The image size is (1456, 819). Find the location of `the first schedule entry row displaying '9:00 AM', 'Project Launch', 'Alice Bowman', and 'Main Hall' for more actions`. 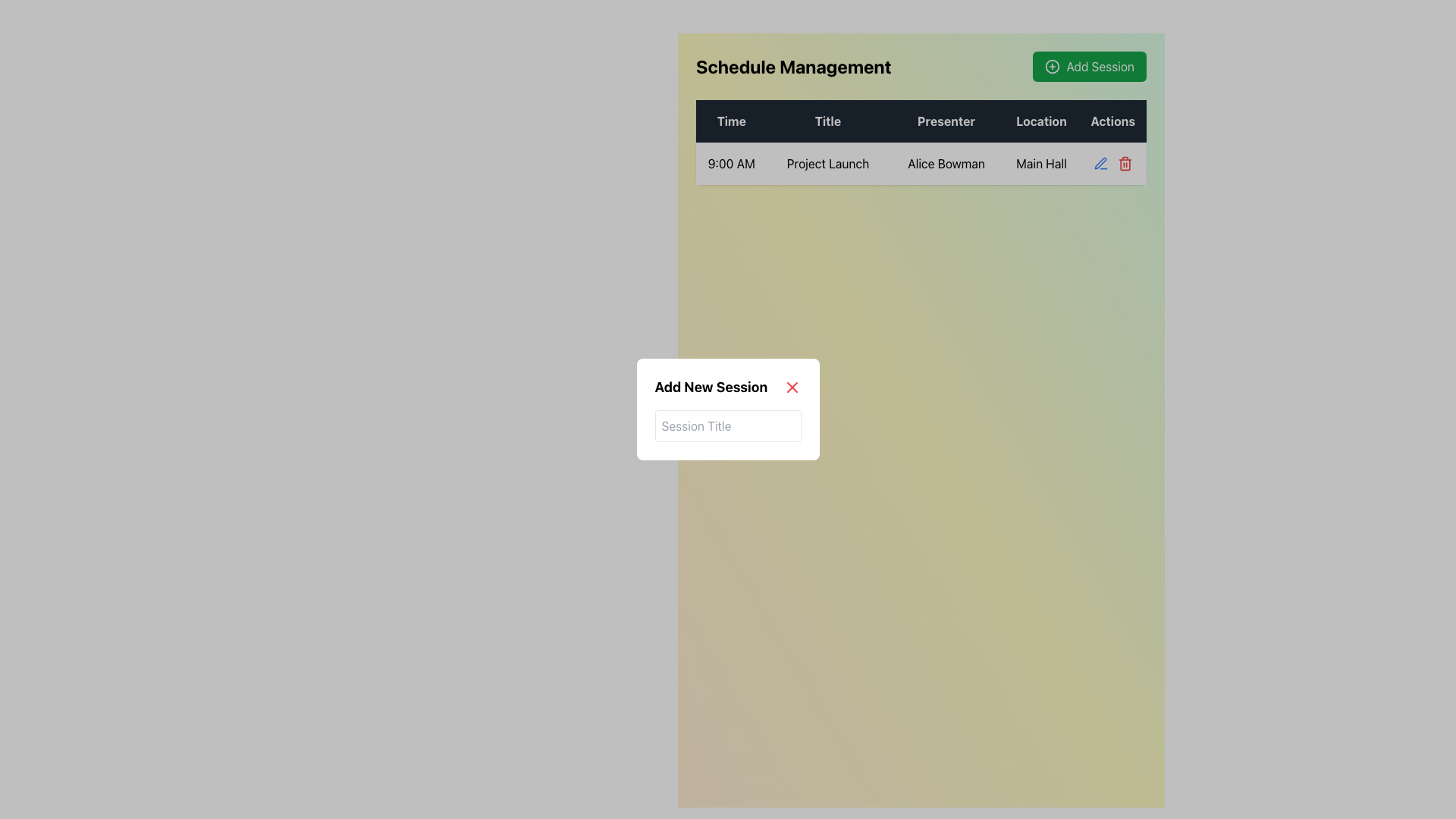

the first schedule entry row displaying '9:00 AM', 'Project Launch', 'Alice Bowman', and 'Main Hall' for more actions is located at coordinates (920, 164).